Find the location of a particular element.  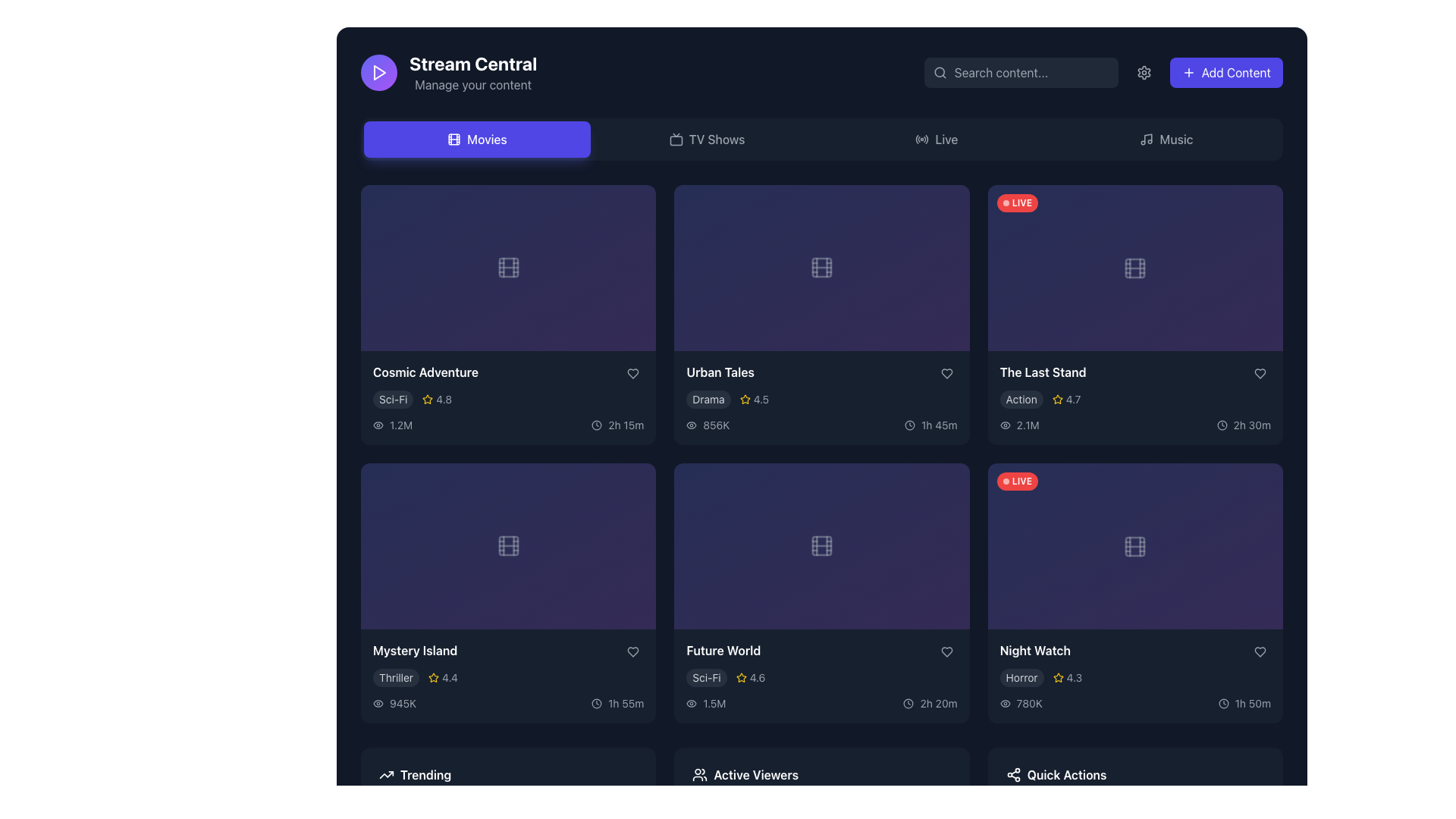

the playback button located in the center of the 'Urban Tales' card in the second row of the movie grid to play the content is located at coordinates (821, 326).